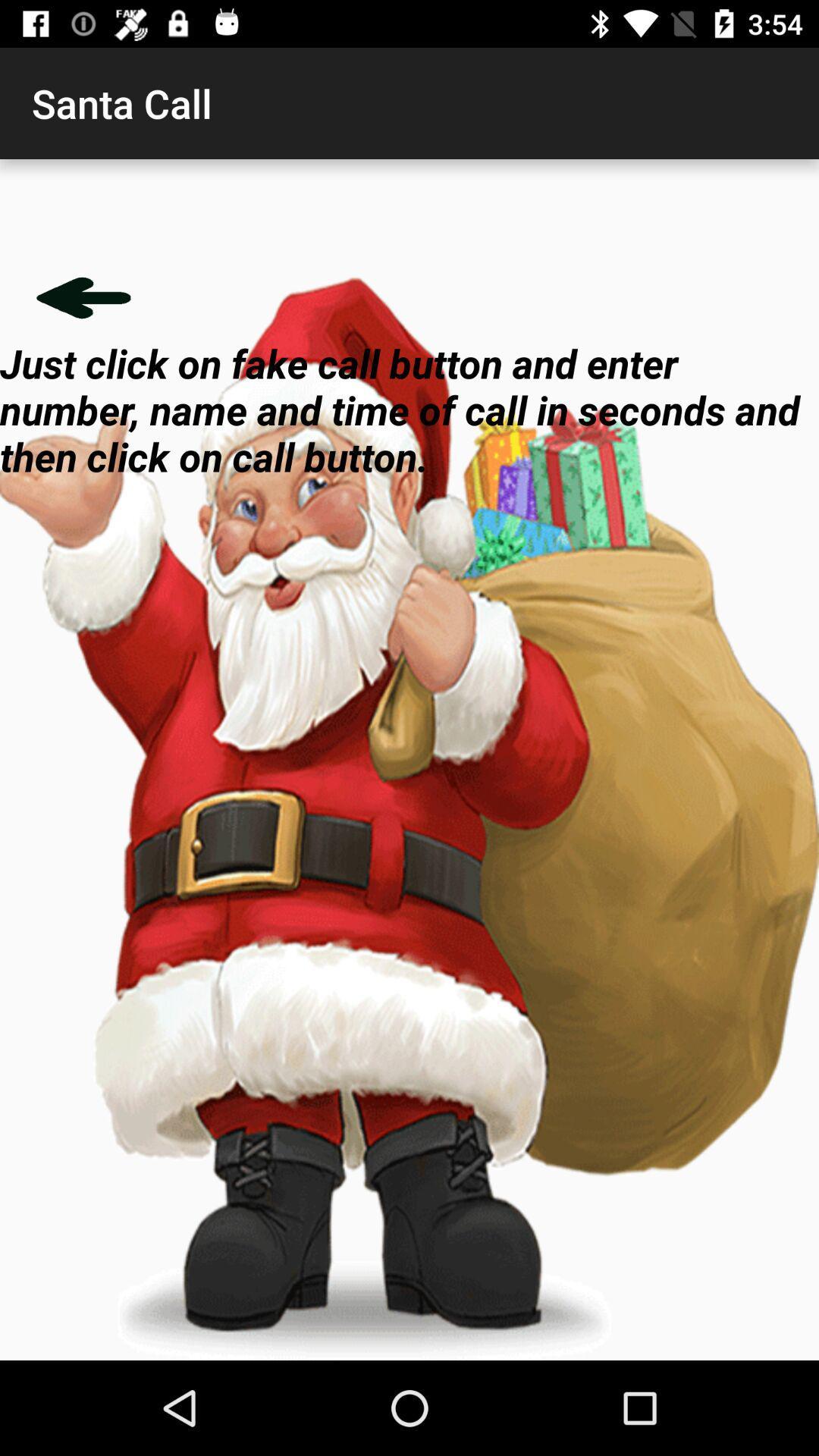  What do you see at coordinates (83, 297) in the screenshot?
I see `icon below santa call` at bounding box center [83, 297].